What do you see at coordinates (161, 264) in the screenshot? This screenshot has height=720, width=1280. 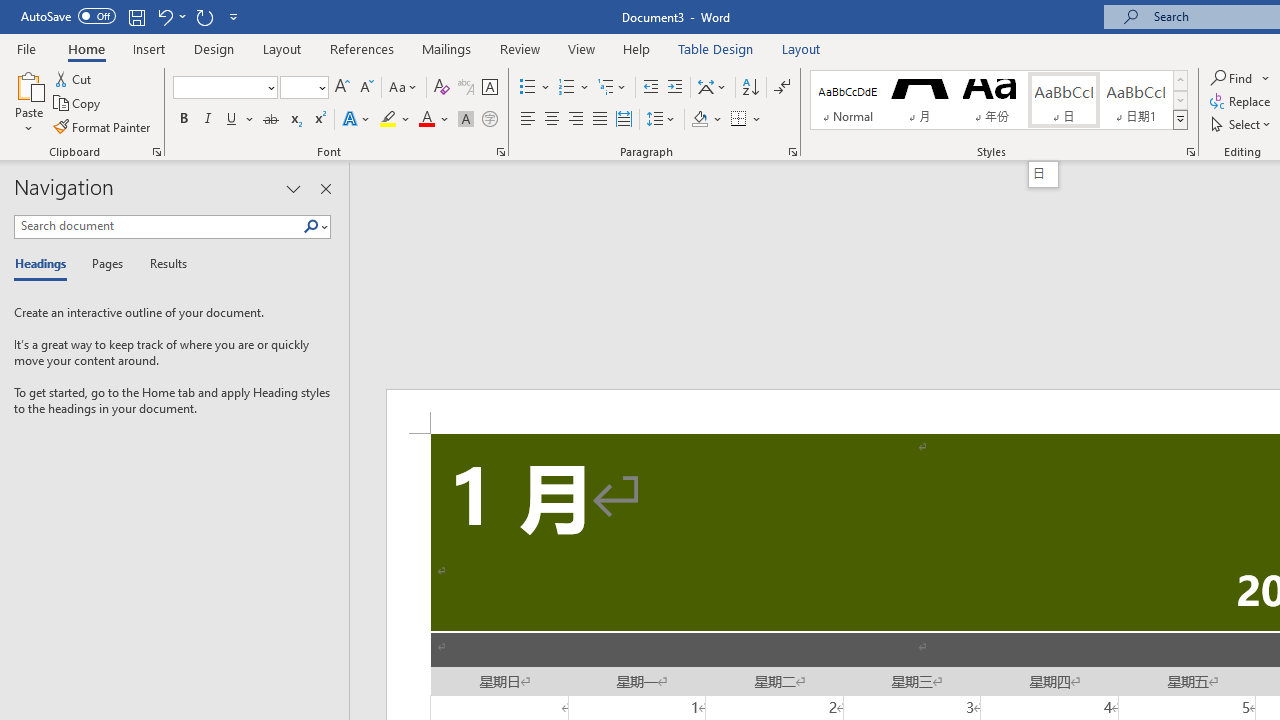 I see `'Results'` at bounding box center [161, 264].